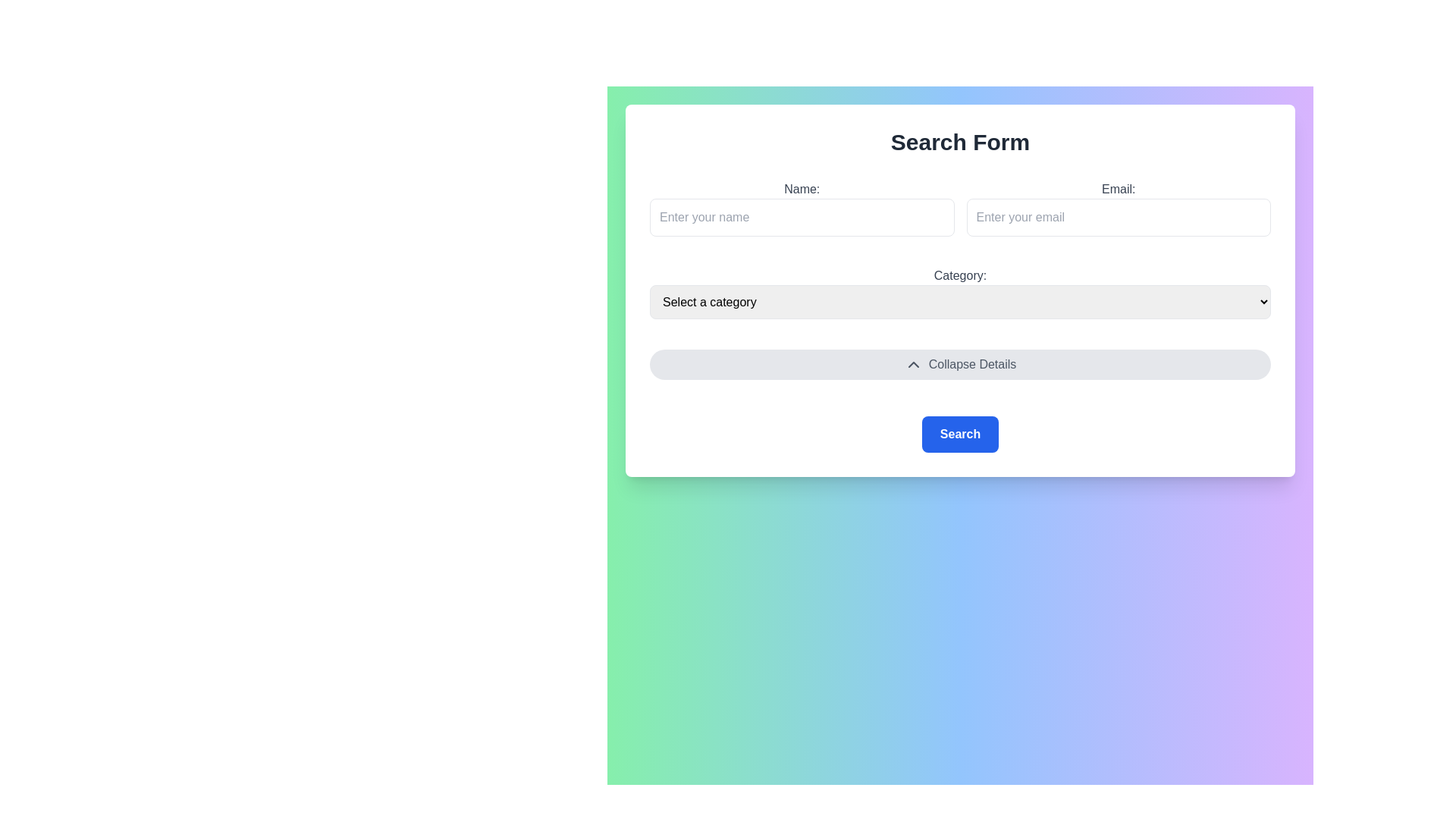 The height and width of the screenshot is (819, 1456). Describe the element at coordinates (1119, 208) in the screenshot. I see `placeholder text of the labeled input field for email entry, which is located in the second column of a two-column layout, above the 'Name' input field` at that location.